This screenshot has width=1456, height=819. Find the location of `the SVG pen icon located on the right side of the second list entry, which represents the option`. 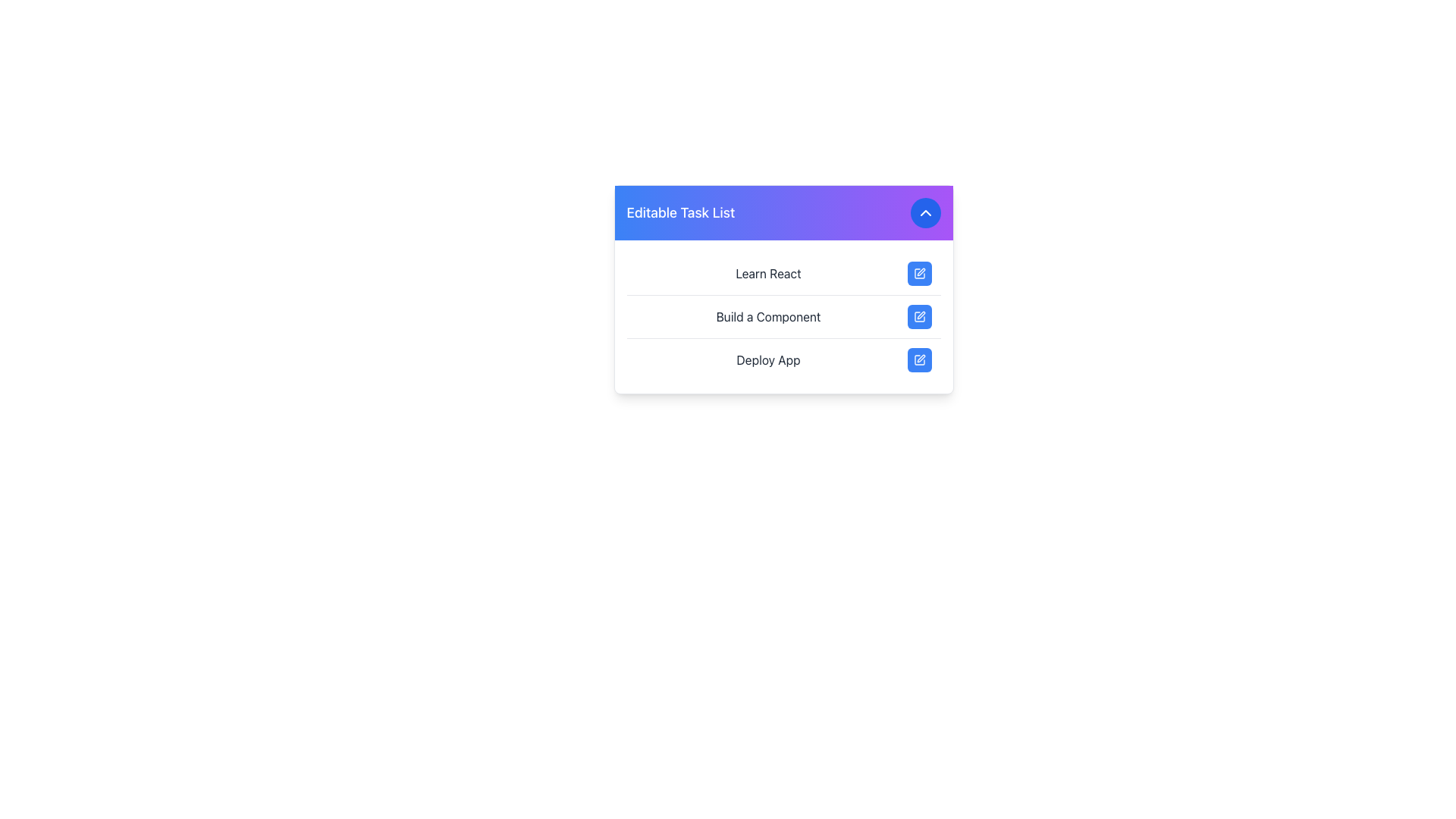

the SVG pen icon located on the right side of the second list entry, which represents the option is located at coordinates (920, 315).